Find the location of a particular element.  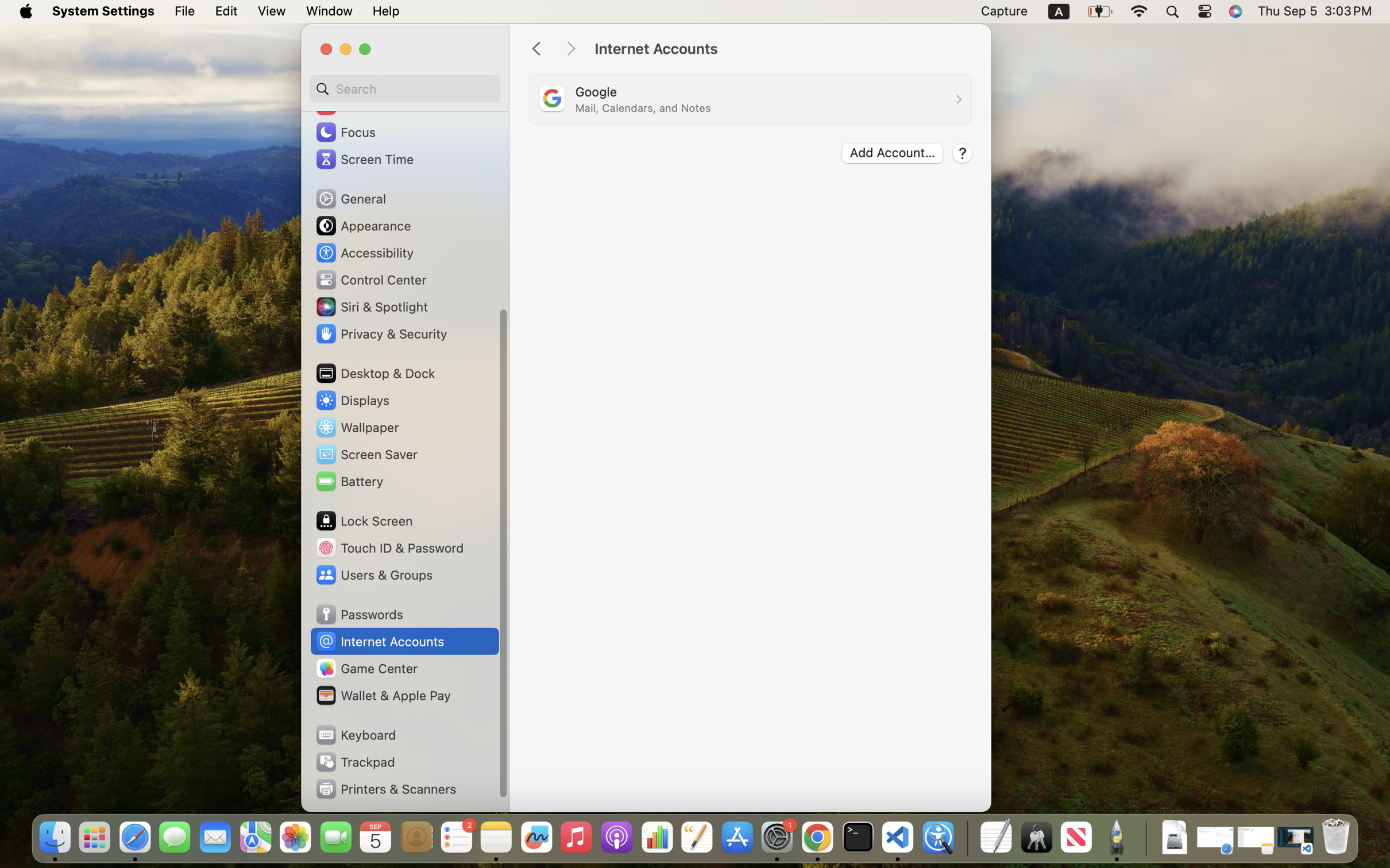

'Users & Groups' is located at coordinates (373, 574).